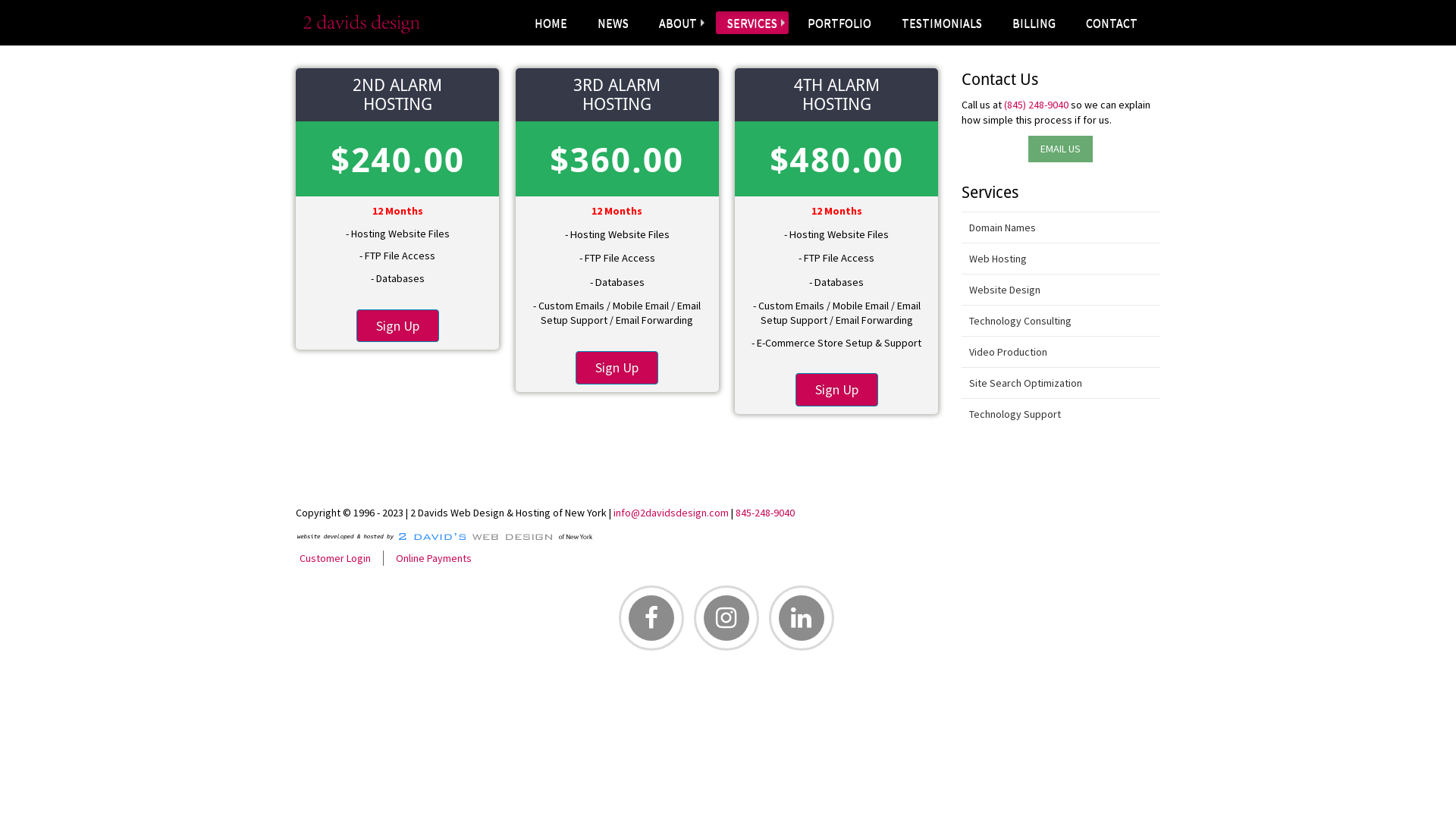 The image size is (1456, 819). Describe the element at coordinates (676, 23) in the screenshot. I see `'ABOUT'` at that location.